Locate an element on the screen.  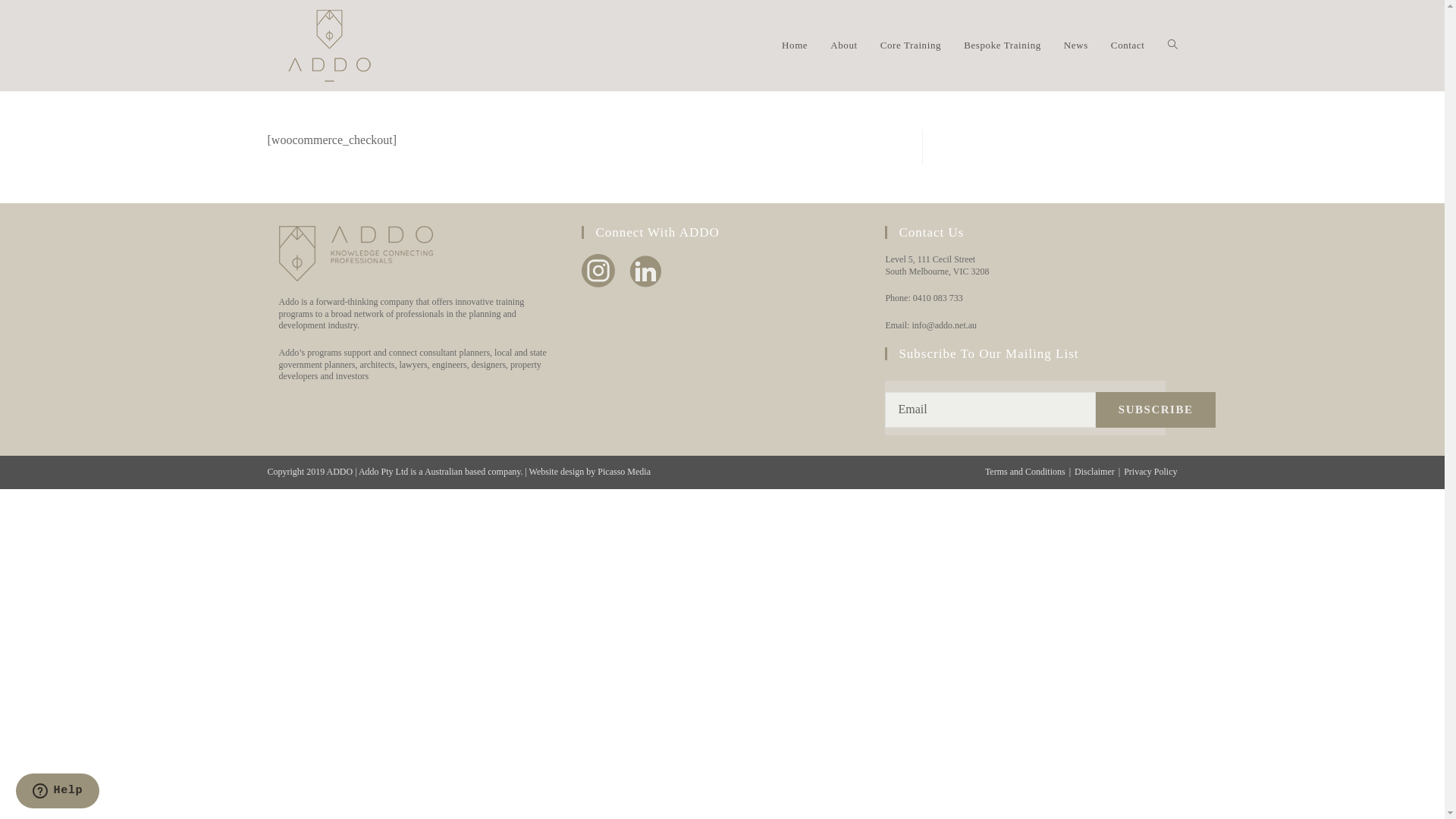
'Contact' is located at coordinates (1099, 45).